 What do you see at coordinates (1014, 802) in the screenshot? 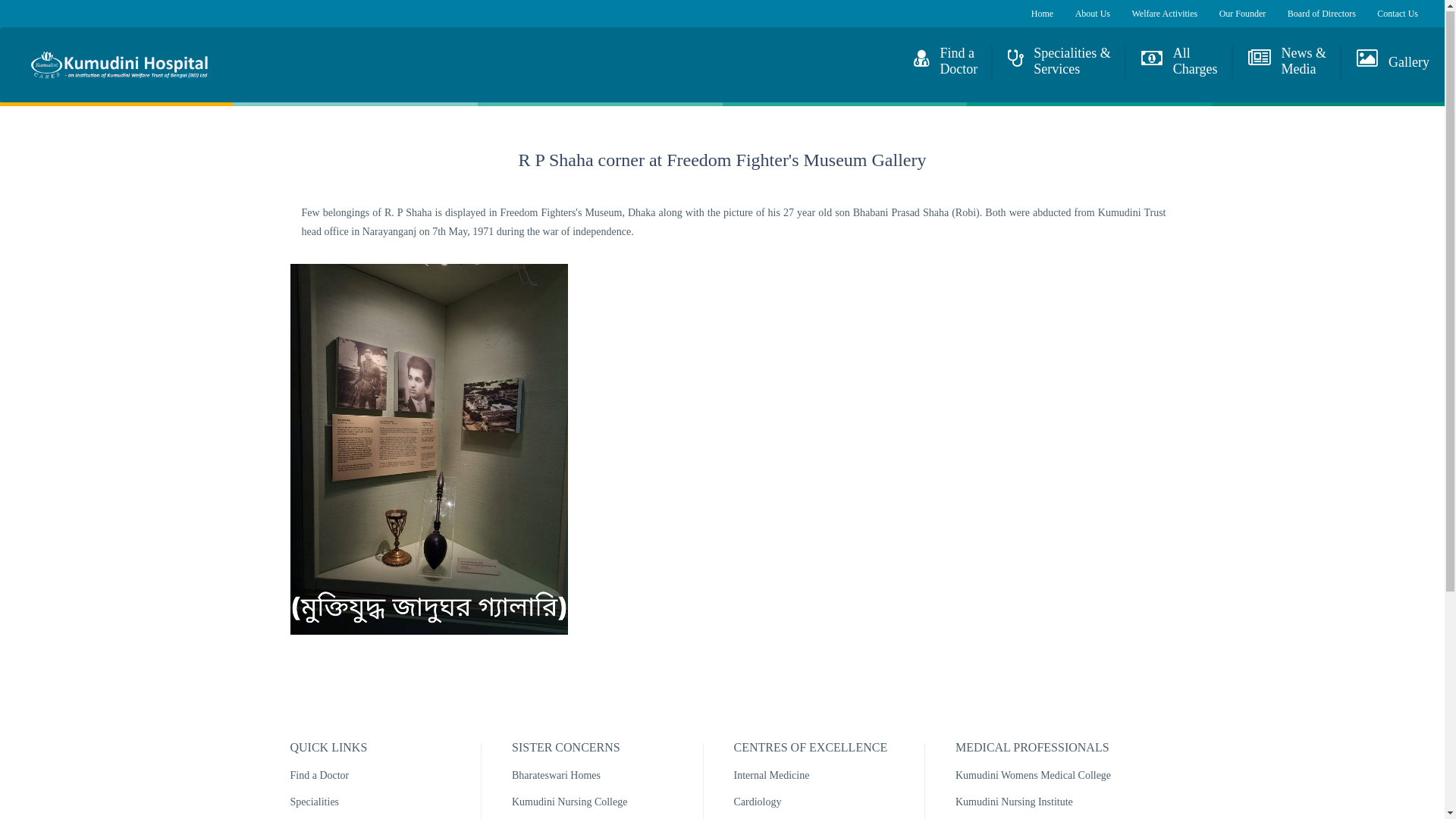
I see `'Kumudini Nursing Institute'` at bounding box center [1014, 802].